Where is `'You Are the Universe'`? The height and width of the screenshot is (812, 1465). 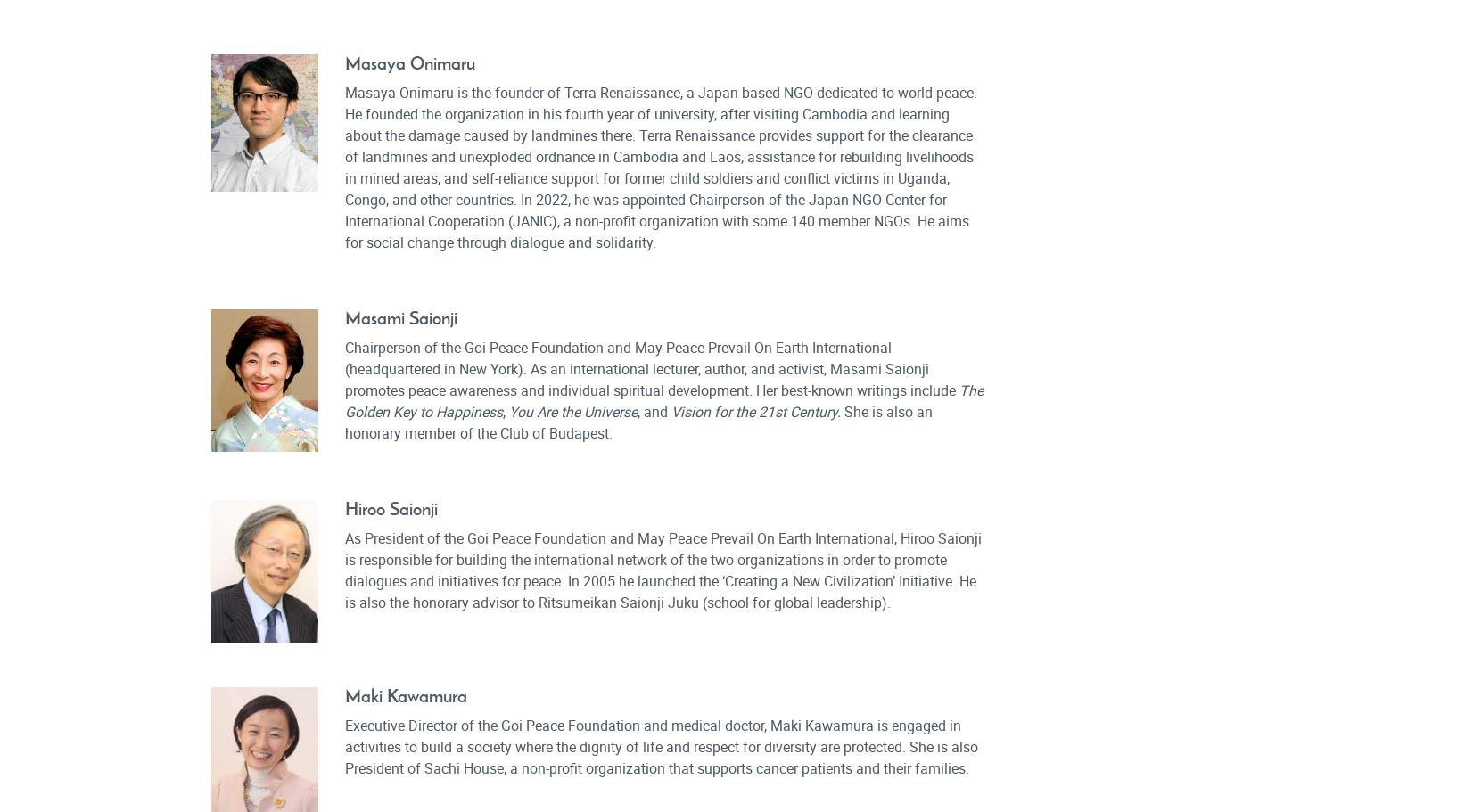
'You Are the Universe' is located at coordinates (571, 410).